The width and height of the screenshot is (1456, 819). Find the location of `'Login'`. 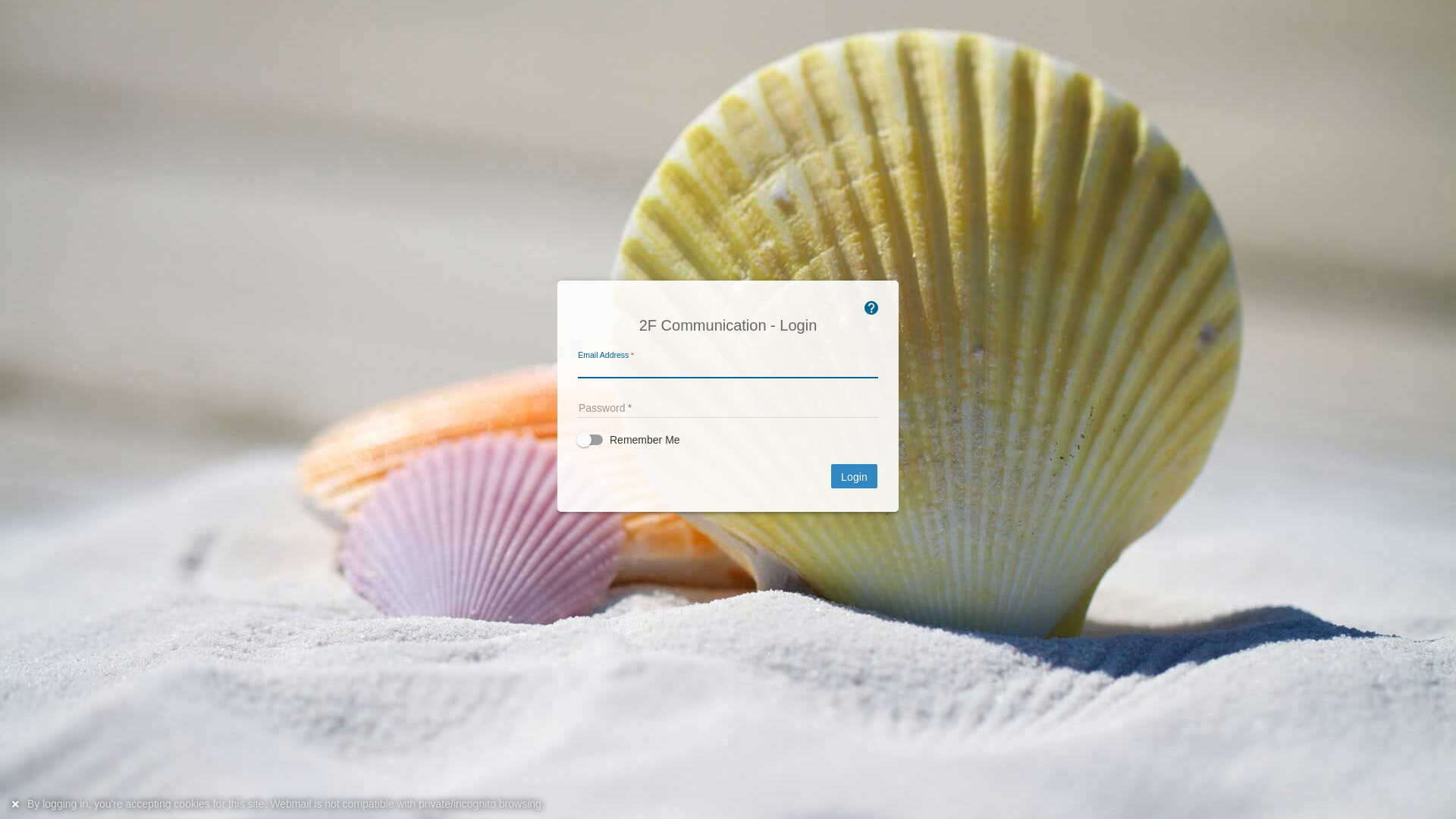

'Login' is located at coordinates (854, 475).